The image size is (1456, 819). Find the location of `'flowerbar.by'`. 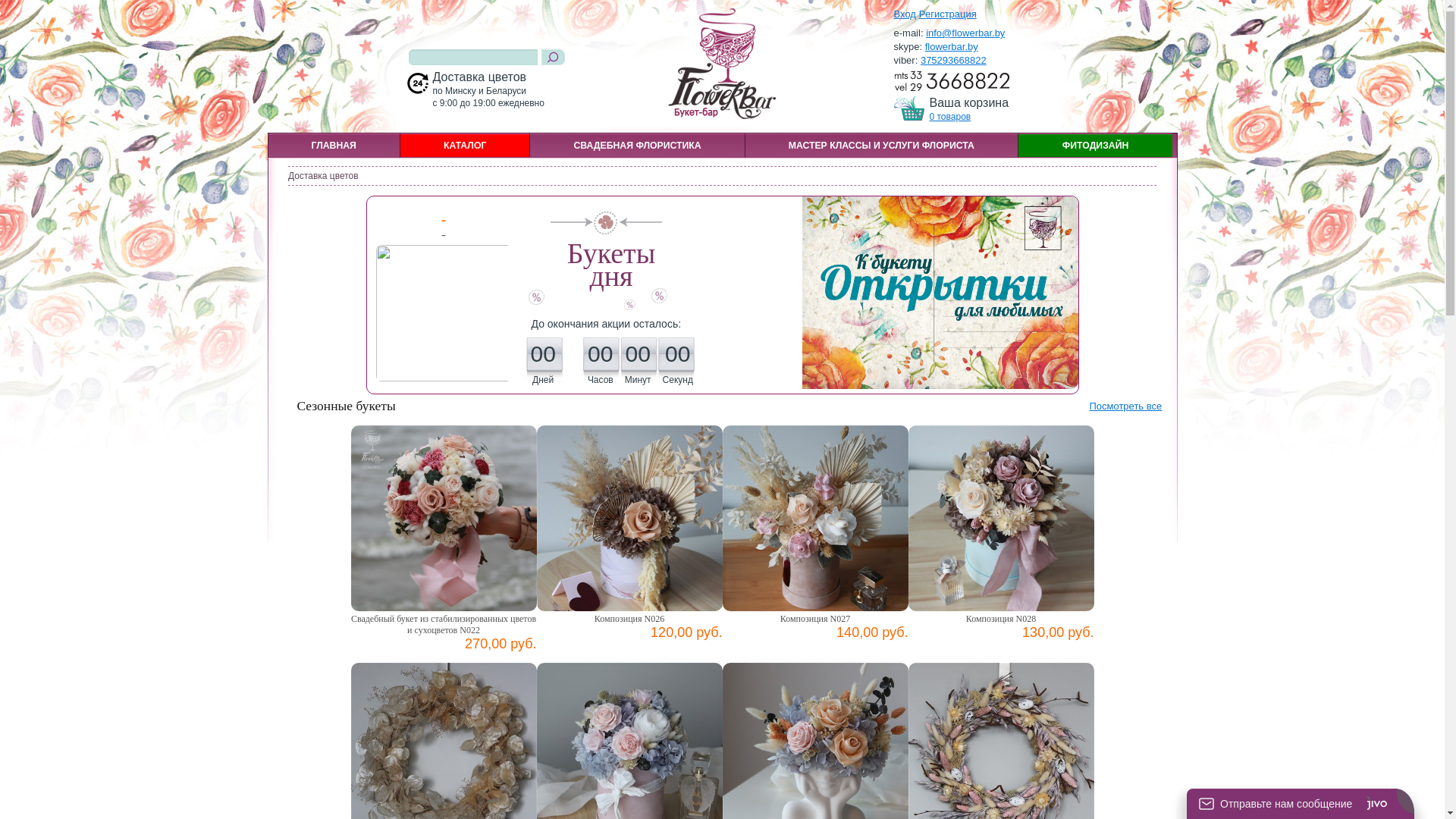

'flowerbar.by' is located at coordinates (950, 45).